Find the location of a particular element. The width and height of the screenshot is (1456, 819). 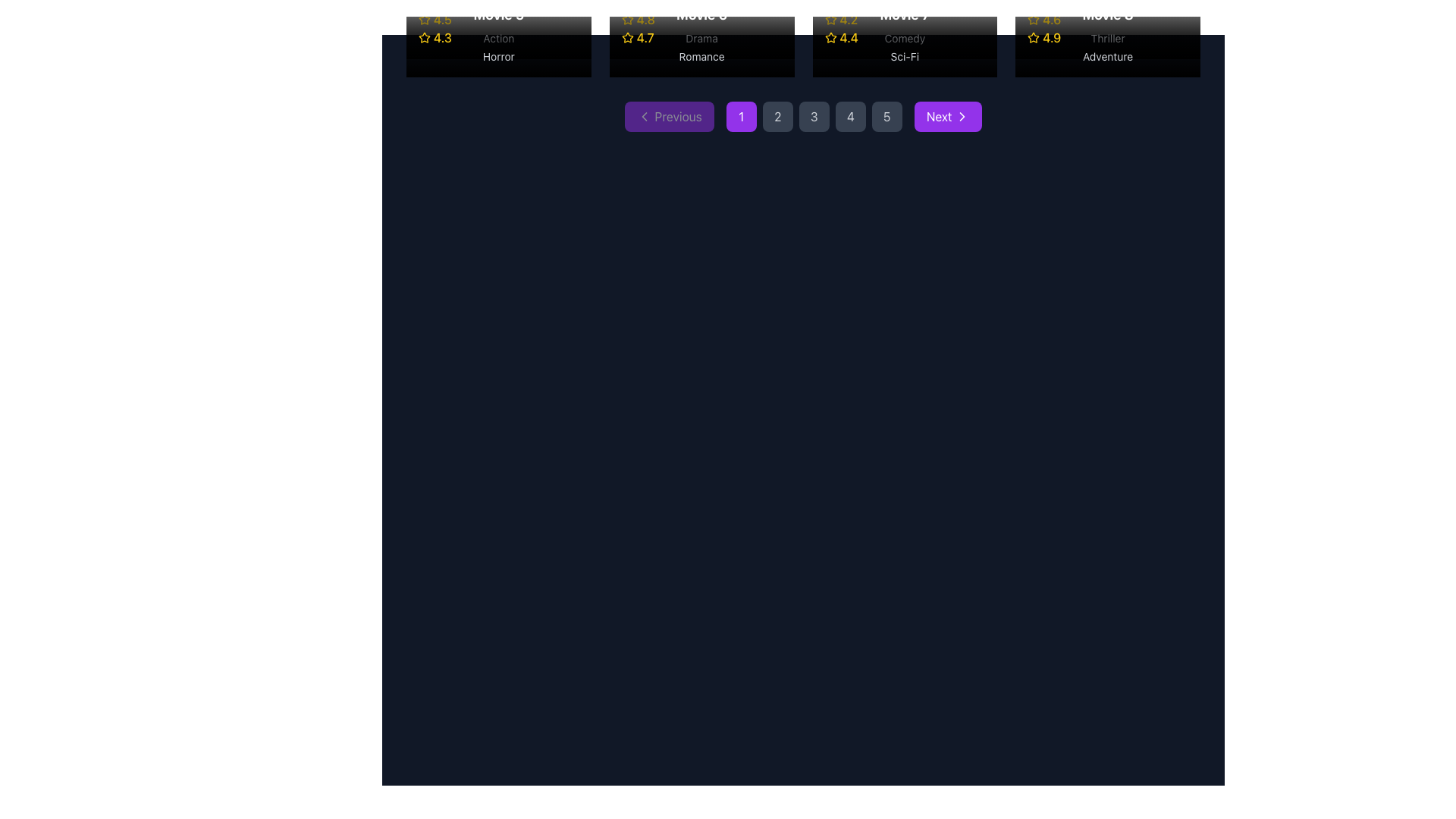

the numeric rating display element showing '4.5' in bold yellow font, which is located to the right of a star symbol is located at coordinates (441, 20).